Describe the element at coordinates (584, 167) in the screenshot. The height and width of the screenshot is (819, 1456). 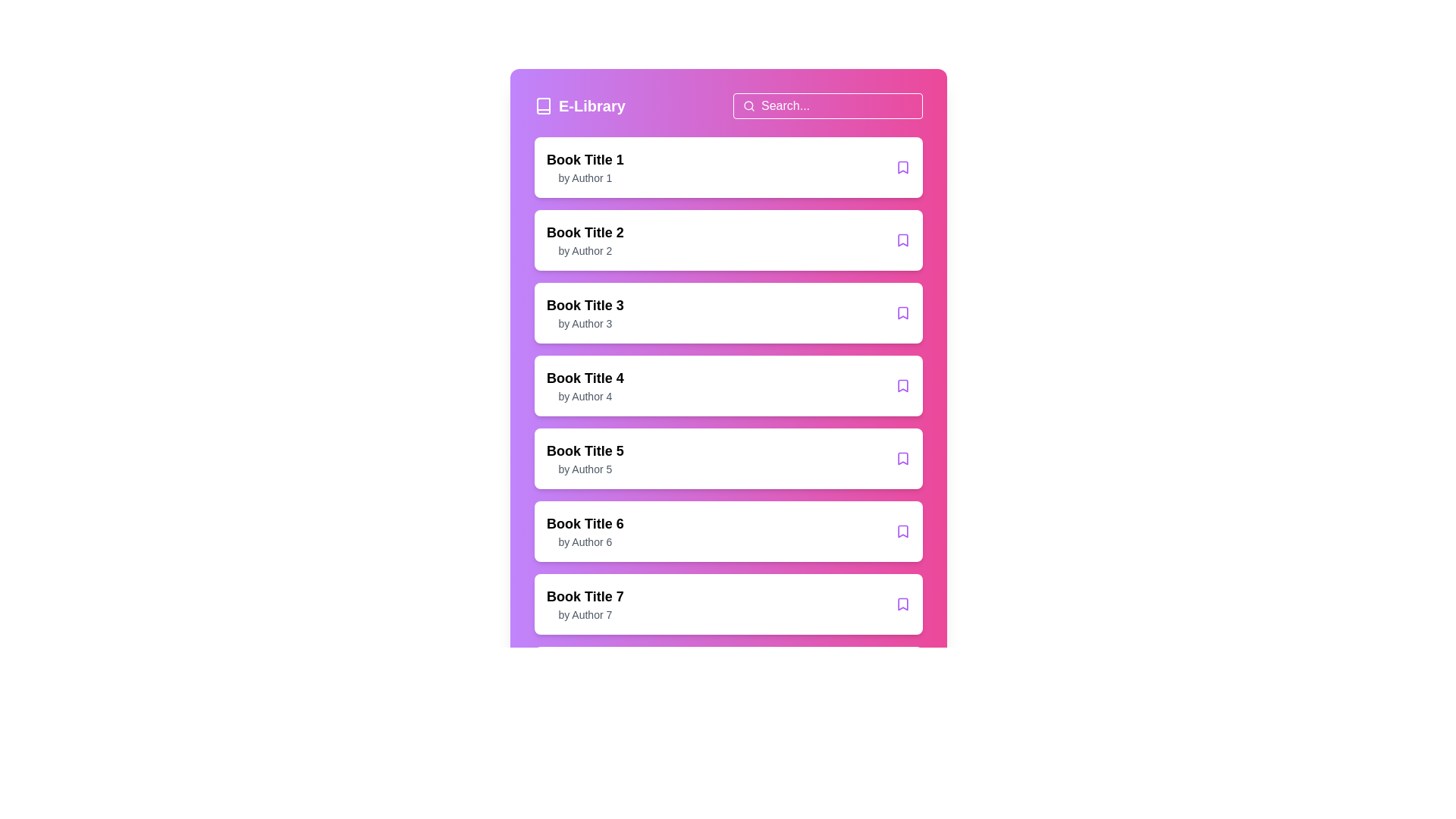
I see `the textual content that displays 'Book Title 1' and 'by Author 1', located in the first item of the vertical list in the E-Library section` at that location.